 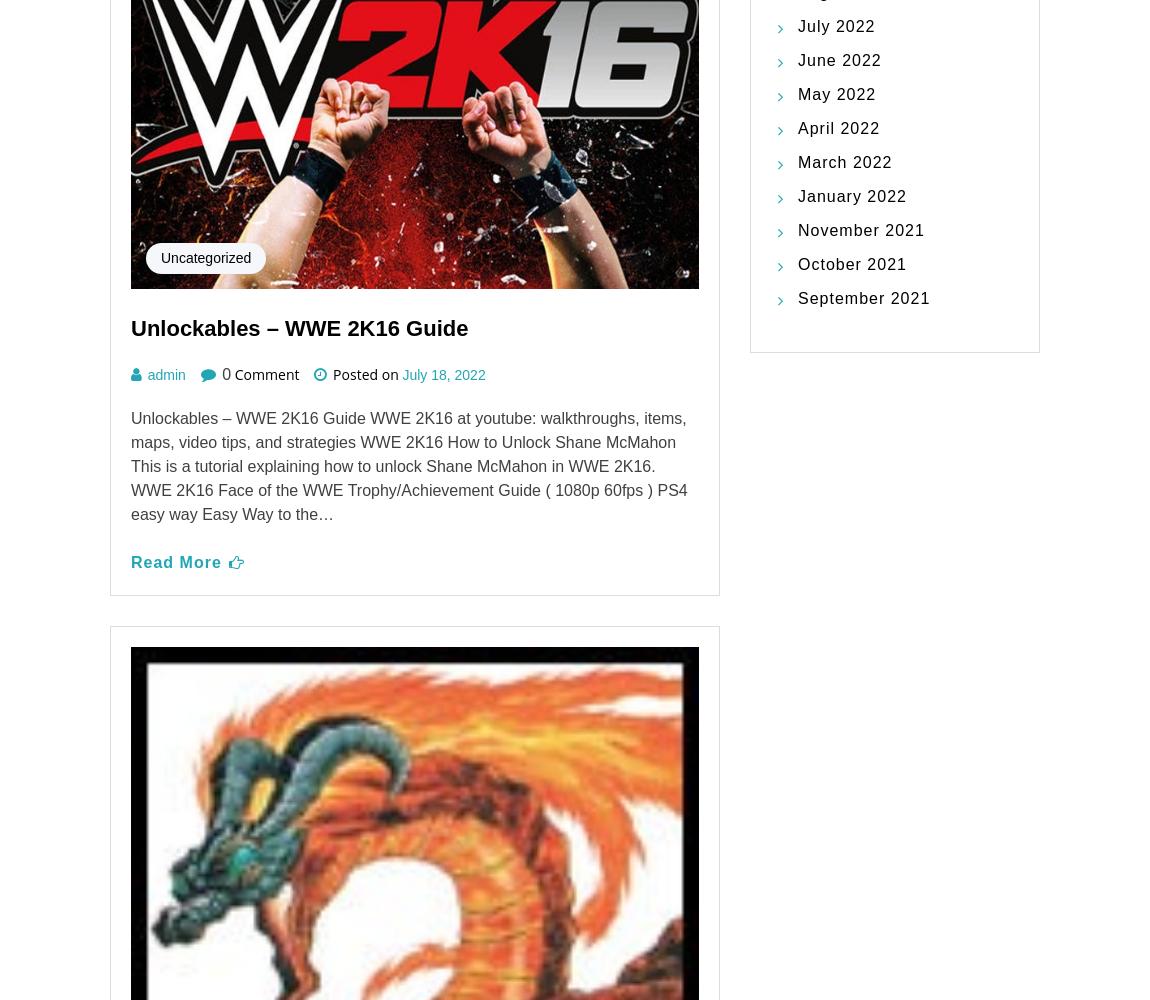 I want to click on 'Next »', so click(x=485, y=870).